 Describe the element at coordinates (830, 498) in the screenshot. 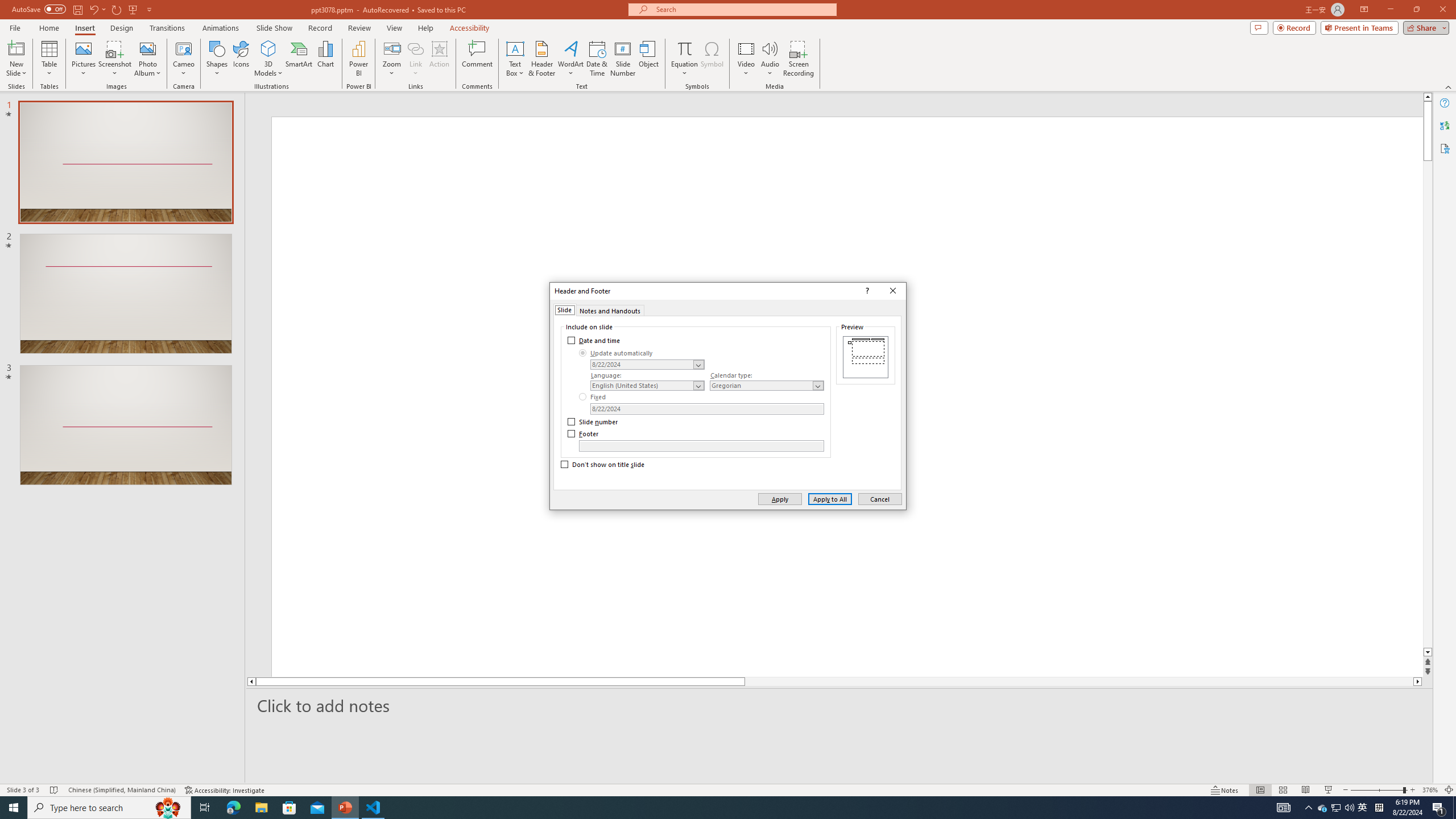

I see `'Apply to All'` at that location.